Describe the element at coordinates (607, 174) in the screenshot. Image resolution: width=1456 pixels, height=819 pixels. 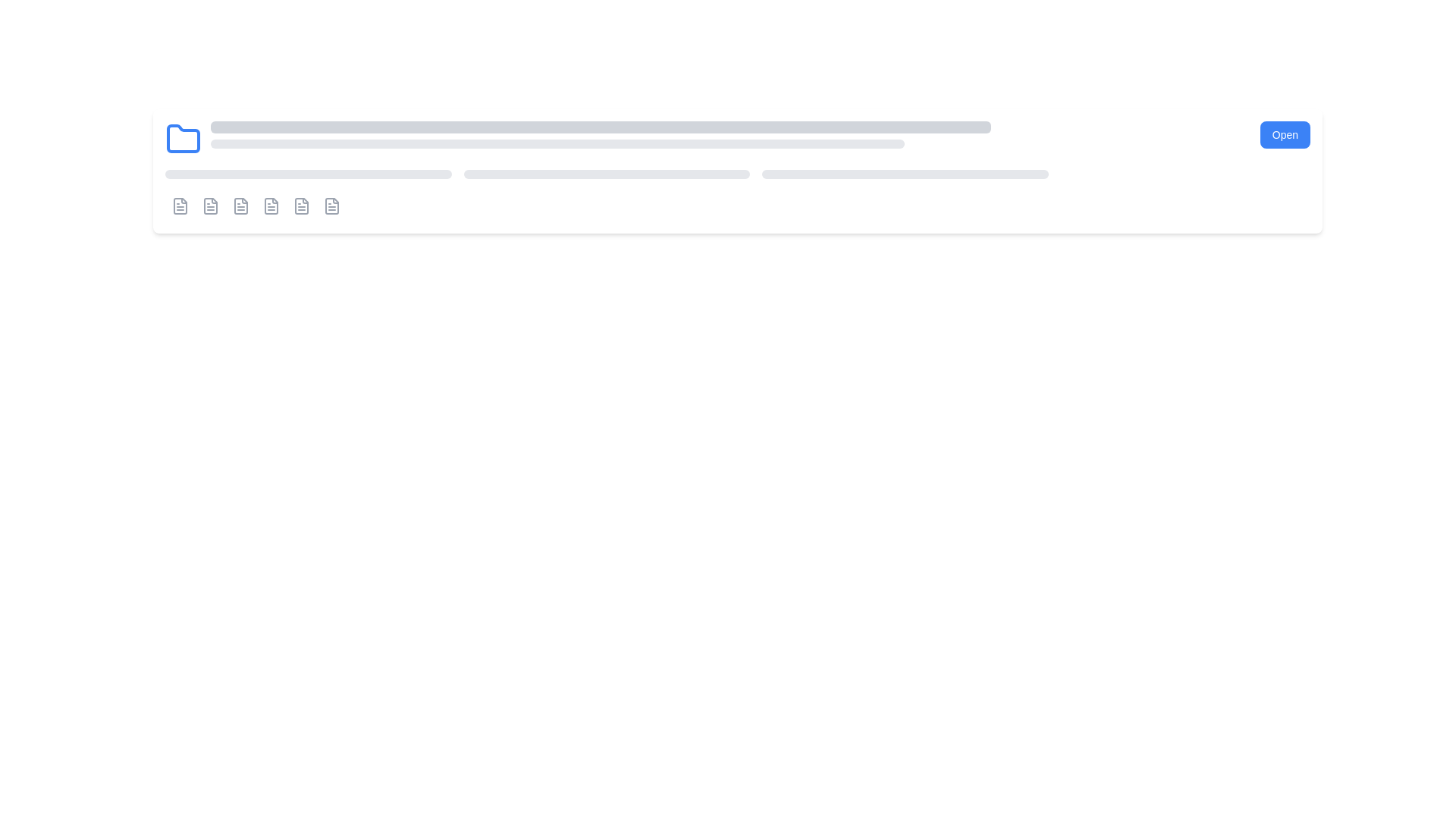
I see `the second non-interactive horizontal bar in a sequence of three, located in the upper-central section of the interface` at that location.